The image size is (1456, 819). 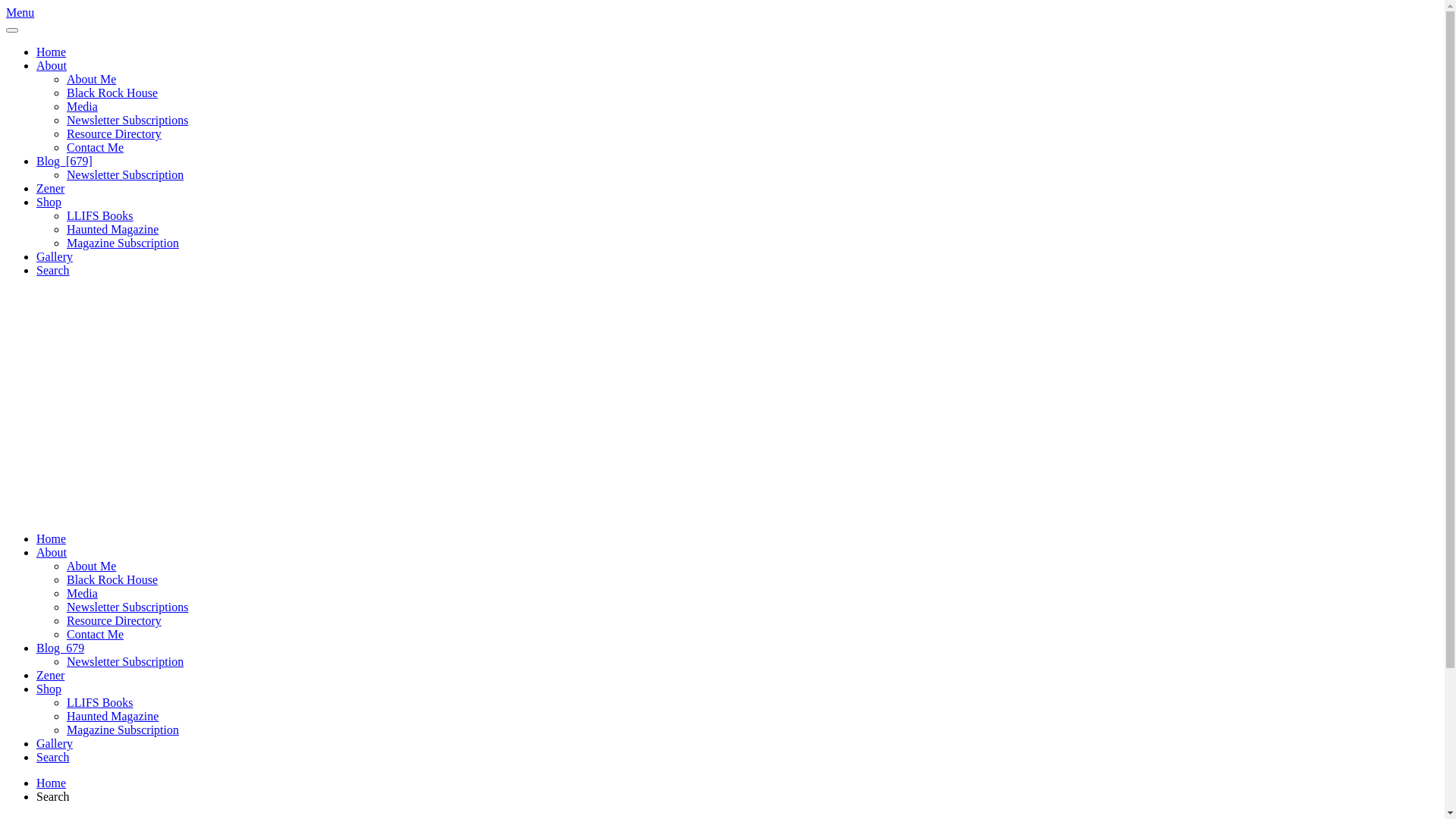 What do you see at coordinates (127, 606) in the screenshot?
I see `'Newsletter Subscriptions'` at bounding box center [127, 606].